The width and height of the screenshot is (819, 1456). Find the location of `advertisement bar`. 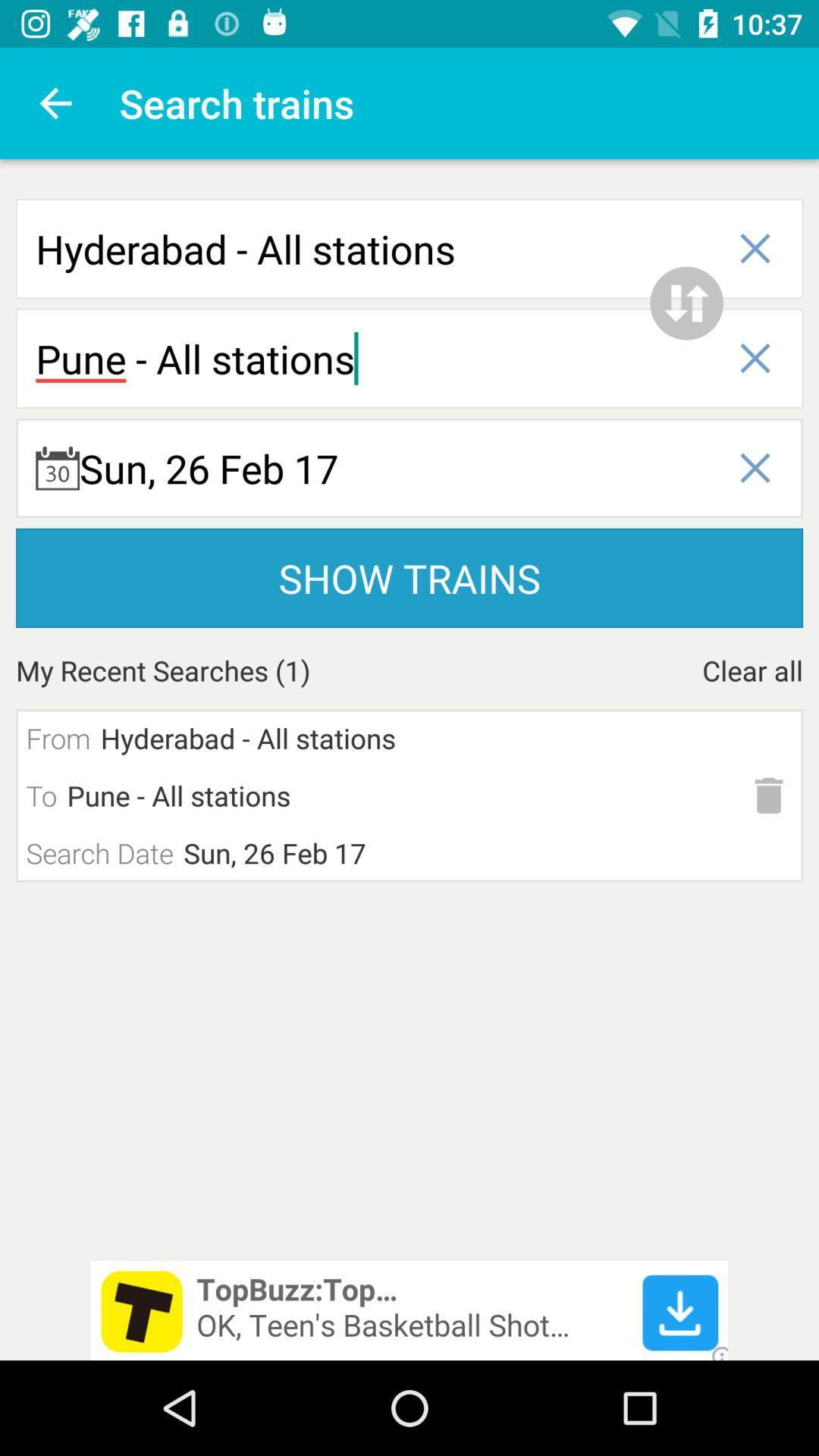

advertisement bar is located at coordinates (409, 1310).